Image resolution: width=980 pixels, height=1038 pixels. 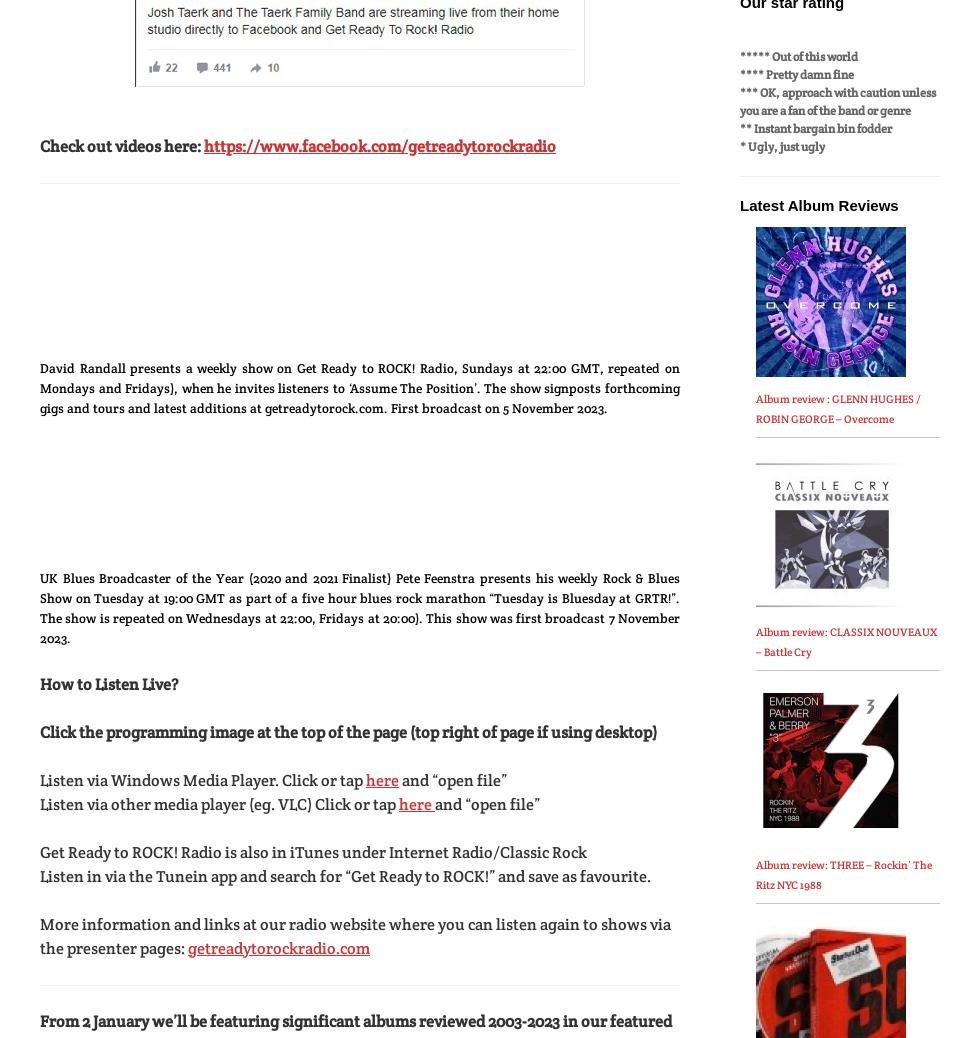 What do you see at coordinates (279, 947) in the screenshot?
I see `'getreadytorockradio.com'` at bounding box center [279, 947].